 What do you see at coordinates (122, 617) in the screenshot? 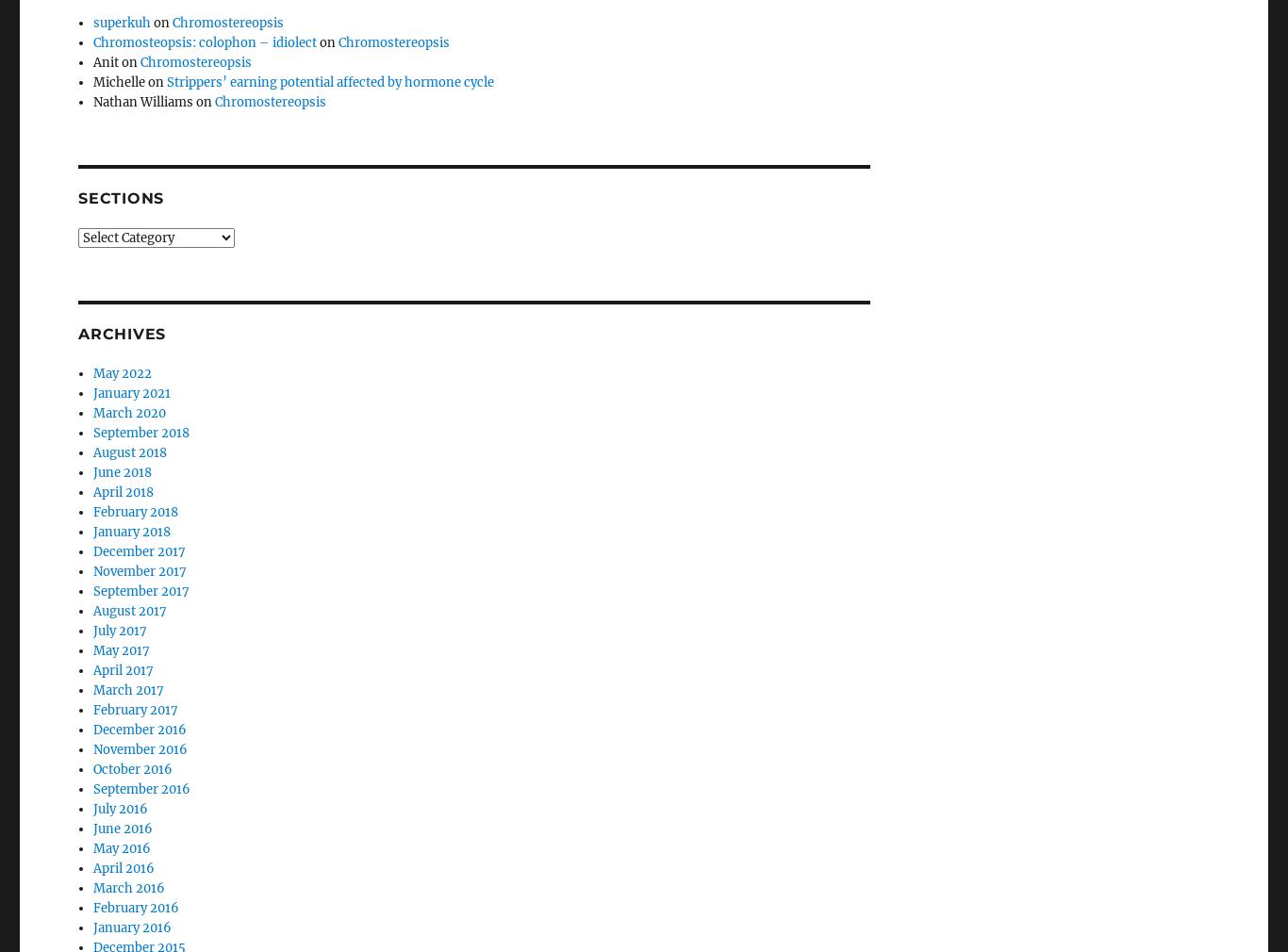
I see `'April 2017'` at bounding box center [122, 617].